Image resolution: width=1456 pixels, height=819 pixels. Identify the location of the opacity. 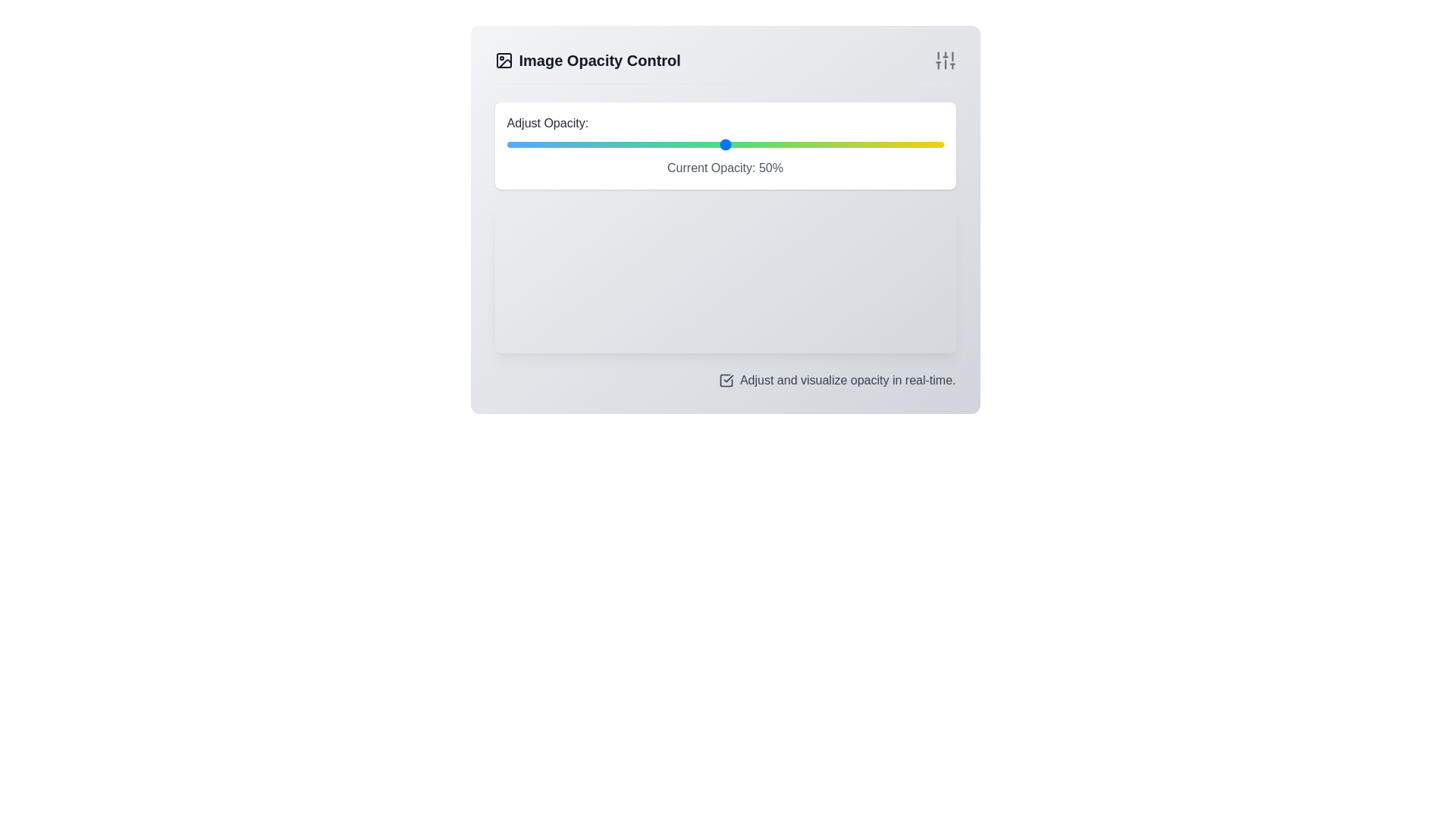
(825, 145).